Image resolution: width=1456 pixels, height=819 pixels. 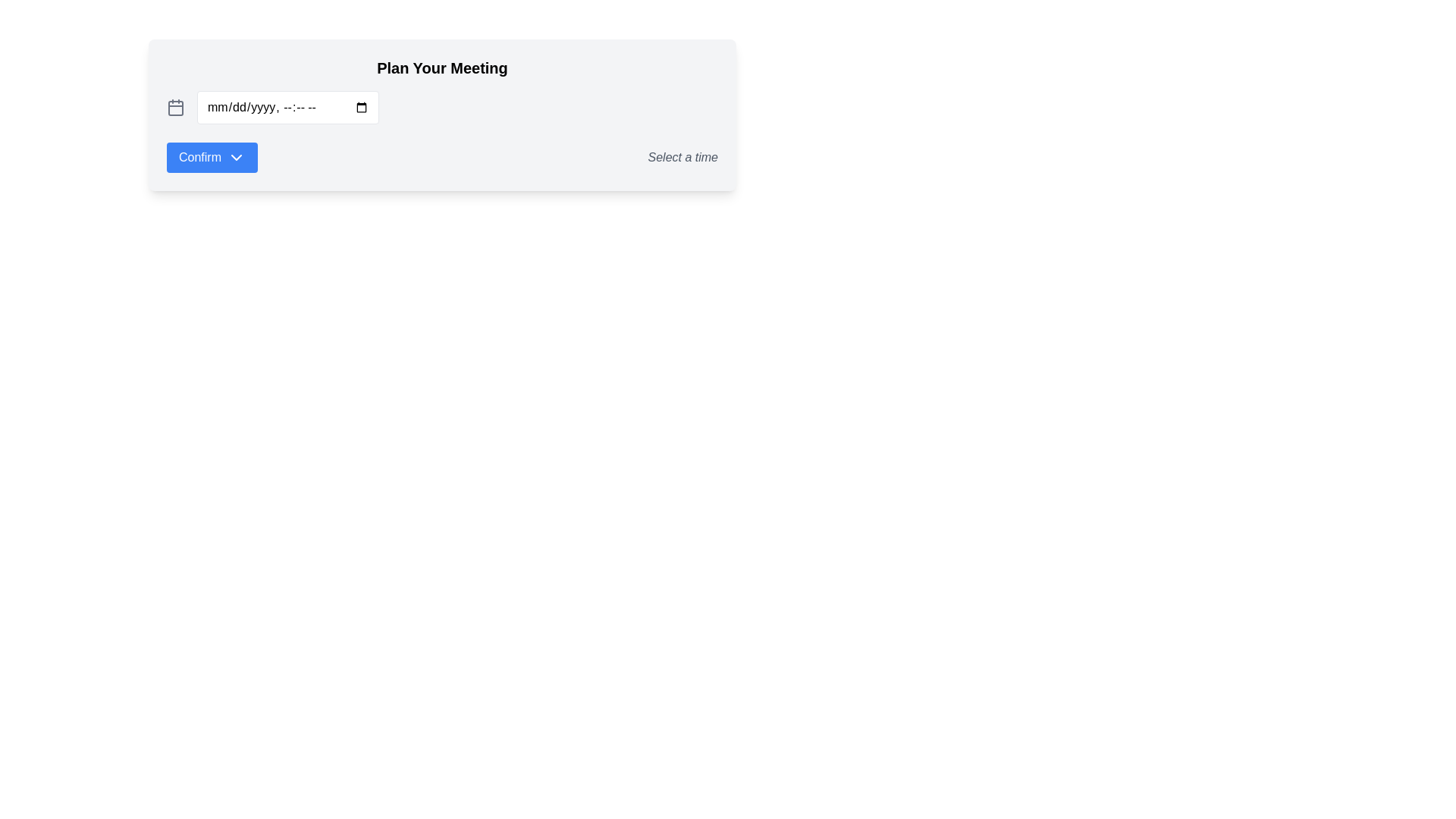 What do you see at coordinates (175, 107) in the screenshot?
I see `the date picker icon located at the far left of its group, next to the date input field` at bounding box center [175, 107].